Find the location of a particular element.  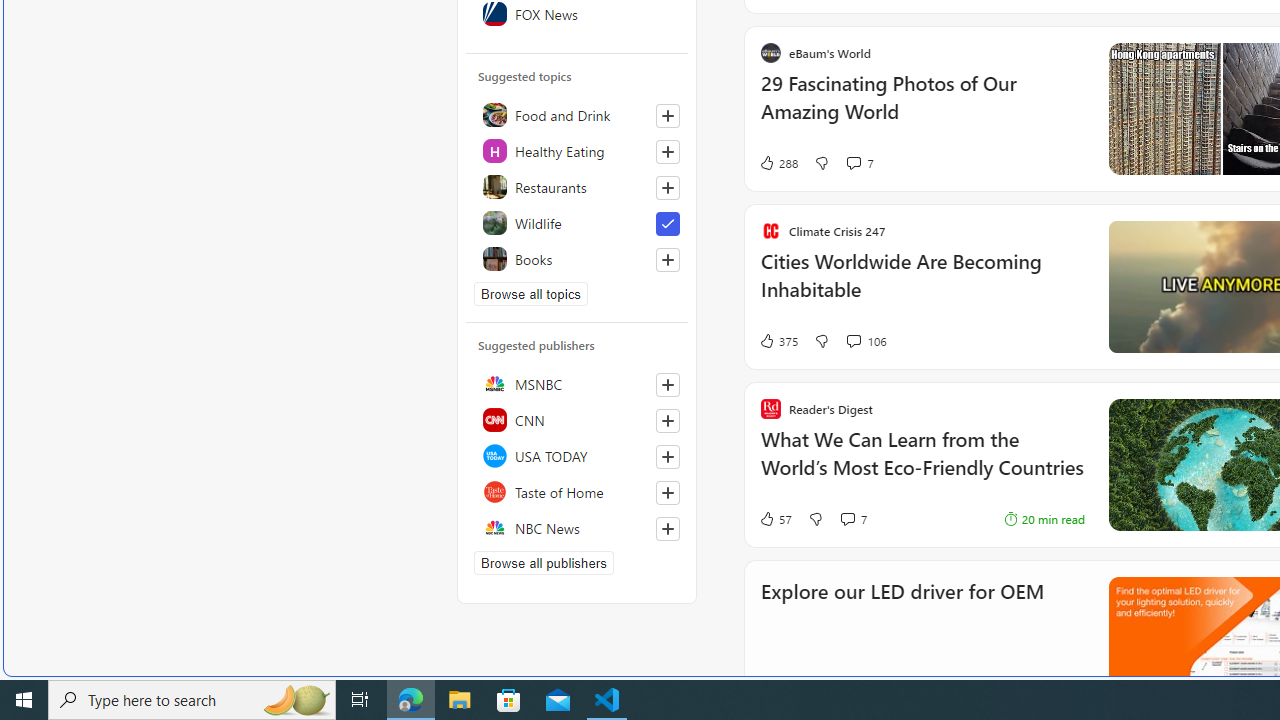

'Food and Drink' is located at coordinates (576, 114).